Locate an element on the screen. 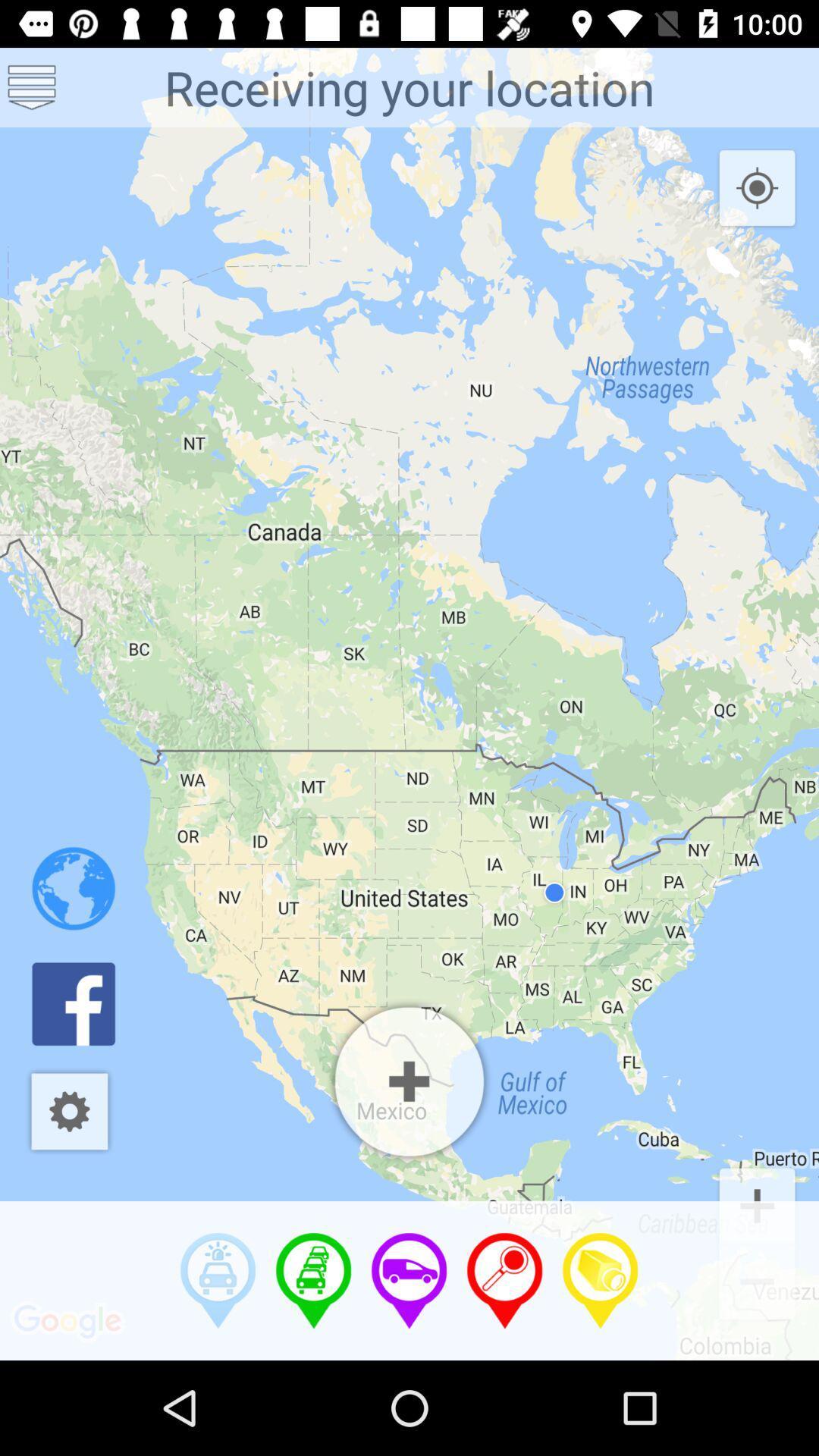  the location_crosshair icon is located at coordinates (757, 188).